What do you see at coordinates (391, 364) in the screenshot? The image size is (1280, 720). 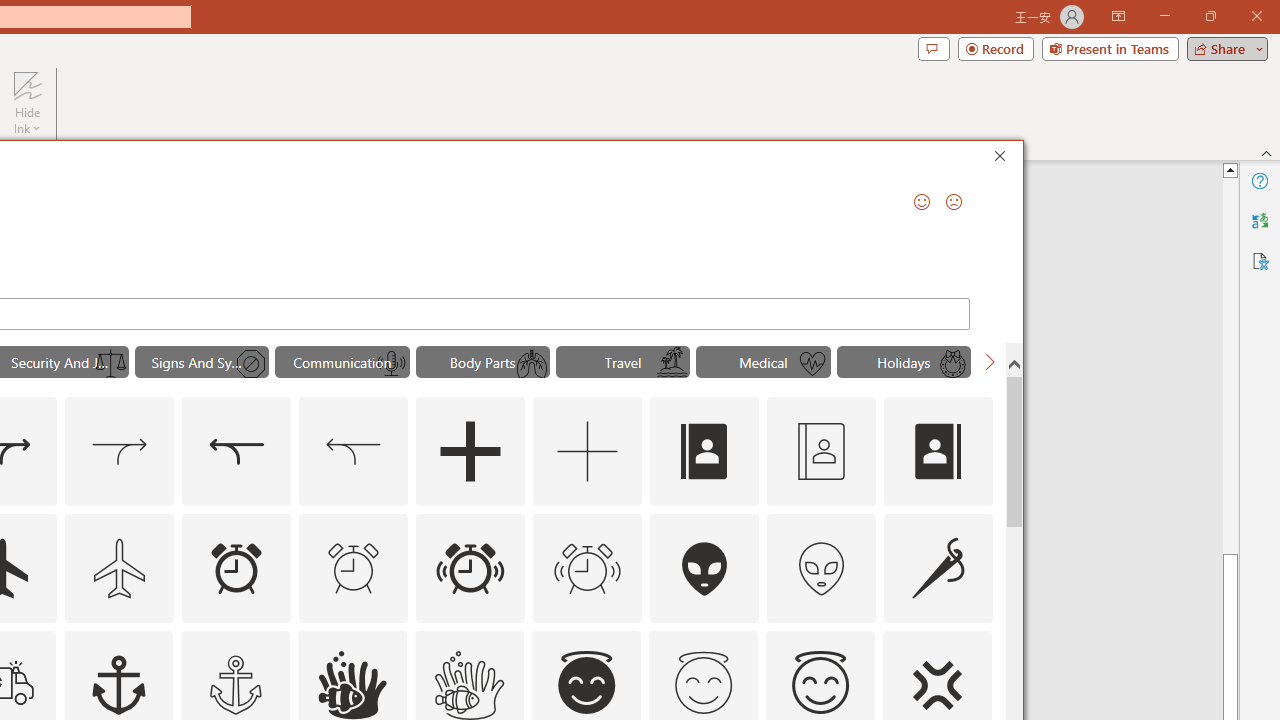 I see `'AutomationID: Icons_Podcast_M'` at bounding box center [391, 364].